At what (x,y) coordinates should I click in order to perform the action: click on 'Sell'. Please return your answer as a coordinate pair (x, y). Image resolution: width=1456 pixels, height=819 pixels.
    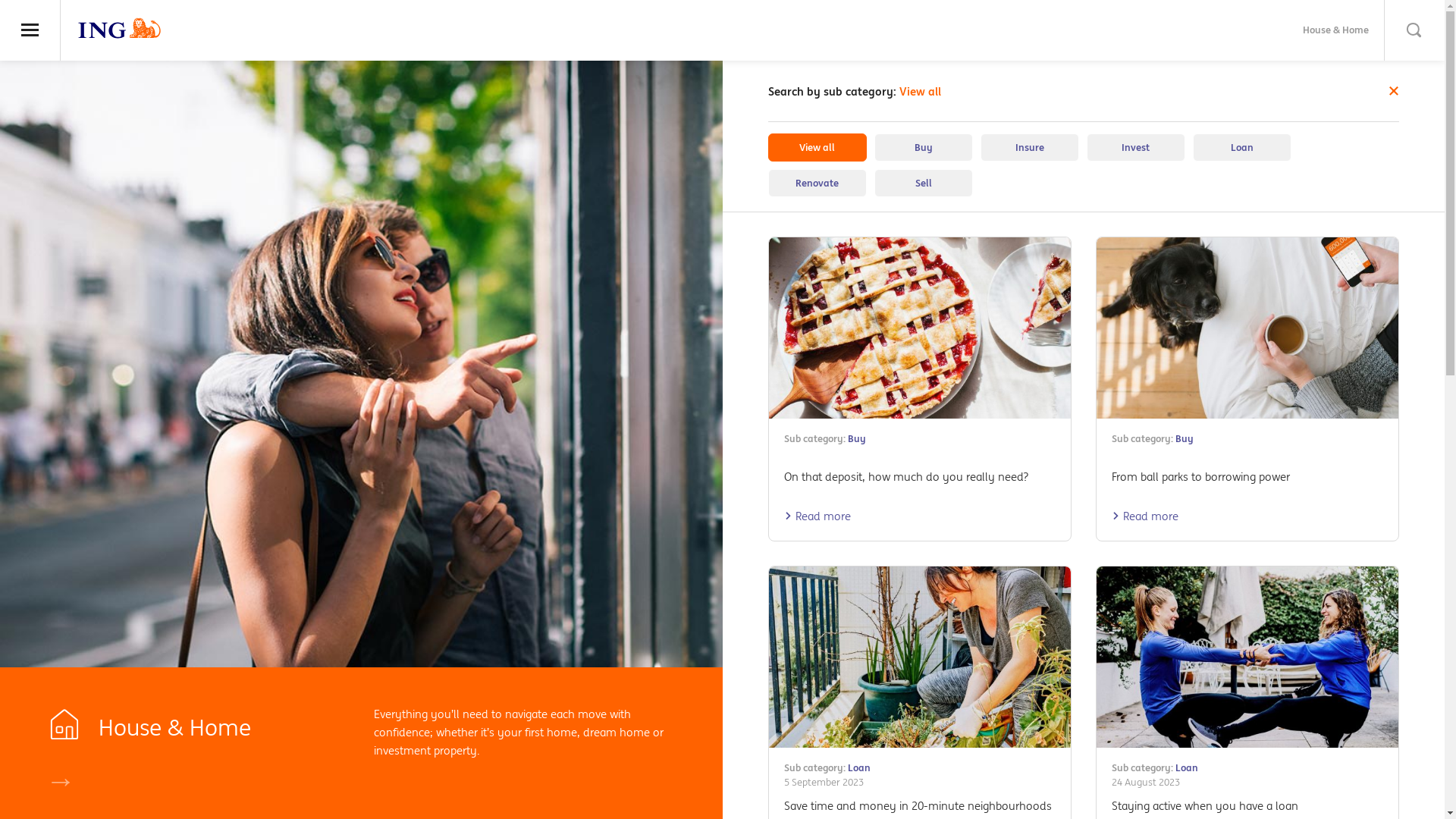
    Looking at the image, I should click on (874, 182).